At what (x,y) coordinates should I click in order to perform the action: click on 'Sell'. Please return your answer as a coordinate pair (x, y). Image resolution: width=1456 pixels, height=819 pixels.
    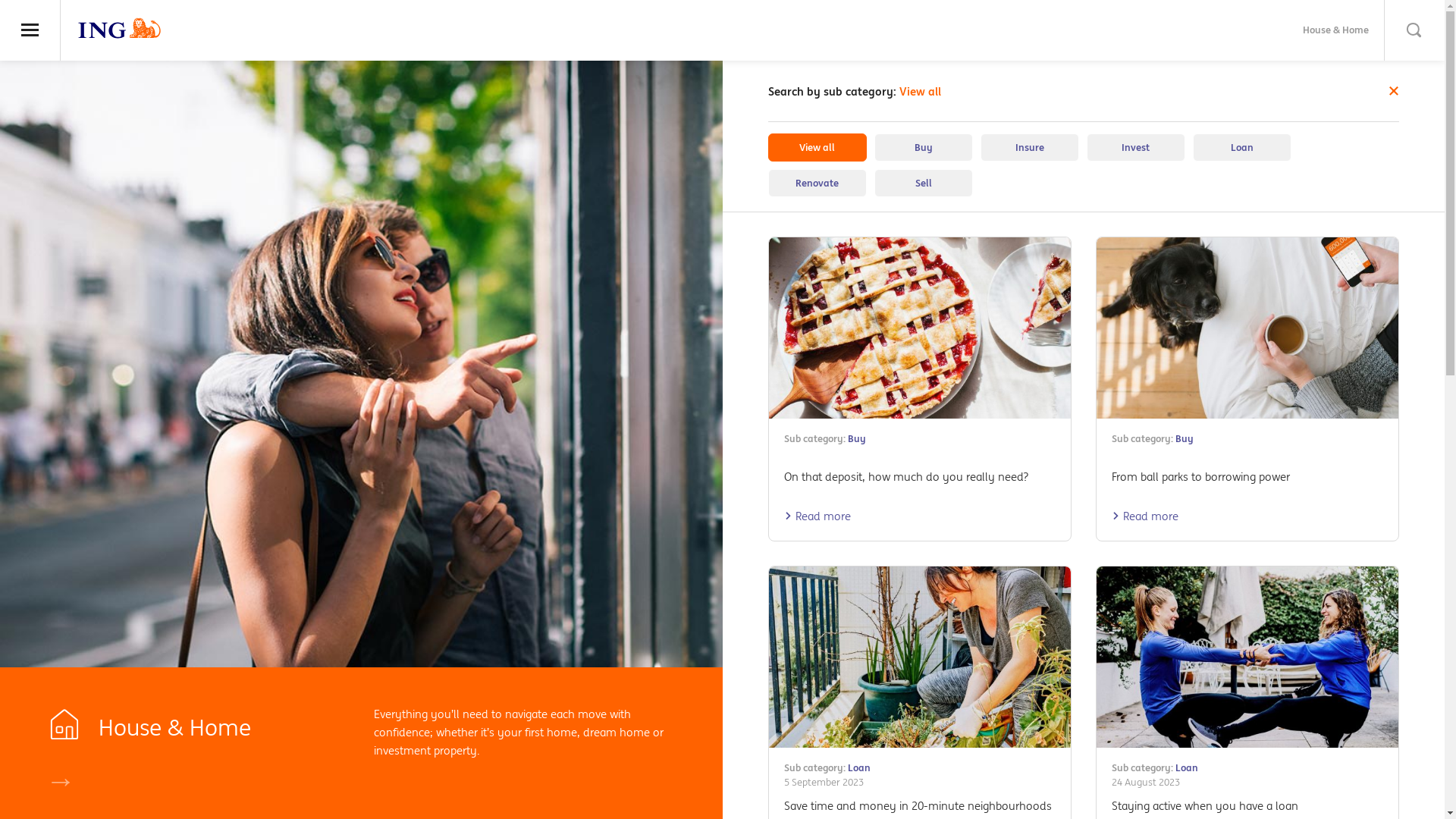
    Looking at the image, I should click on (874, 182).